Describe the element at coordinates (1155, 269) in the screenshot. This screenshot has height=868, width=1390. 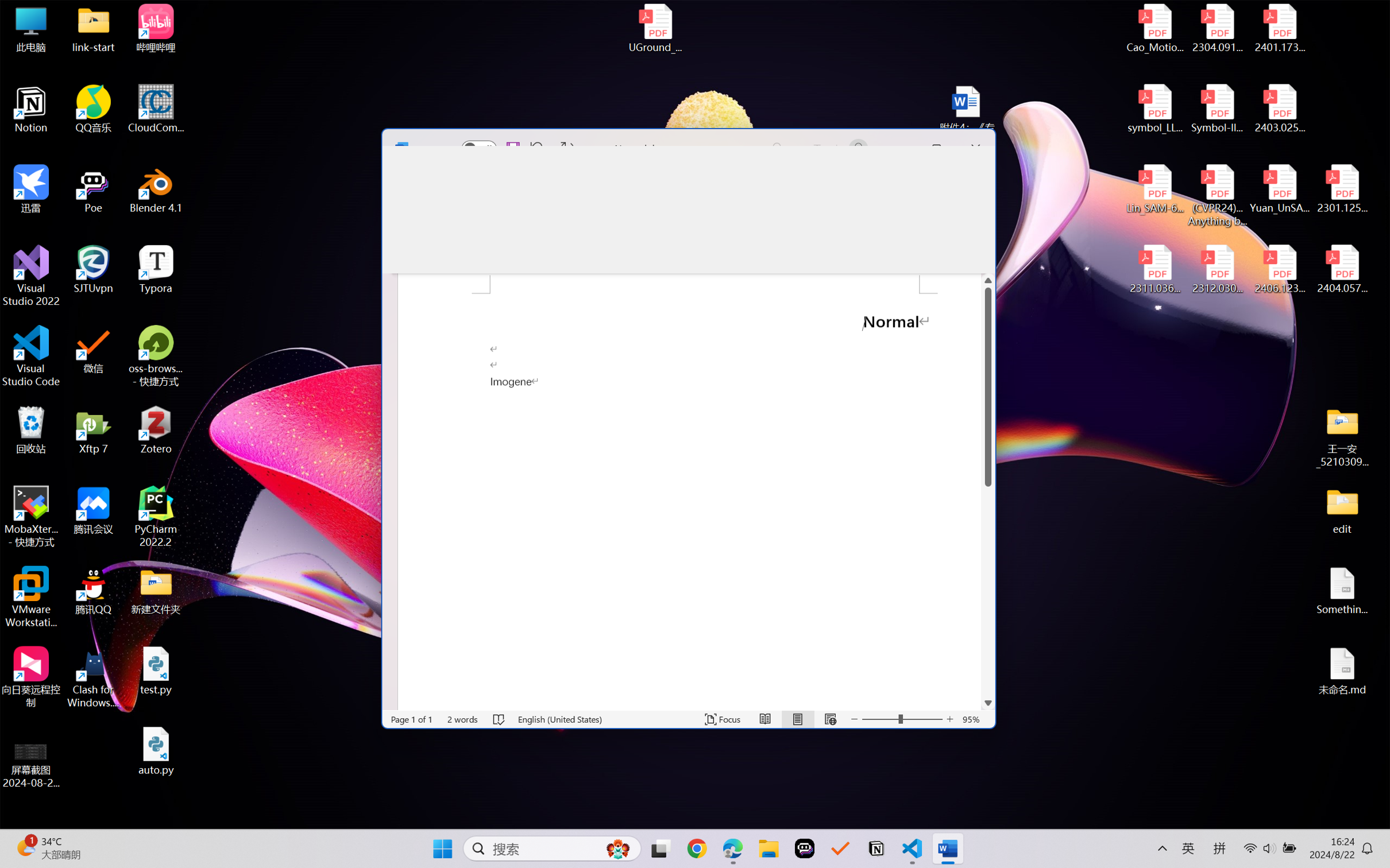
I see `'2311.03658v2.pdf'` at that location.